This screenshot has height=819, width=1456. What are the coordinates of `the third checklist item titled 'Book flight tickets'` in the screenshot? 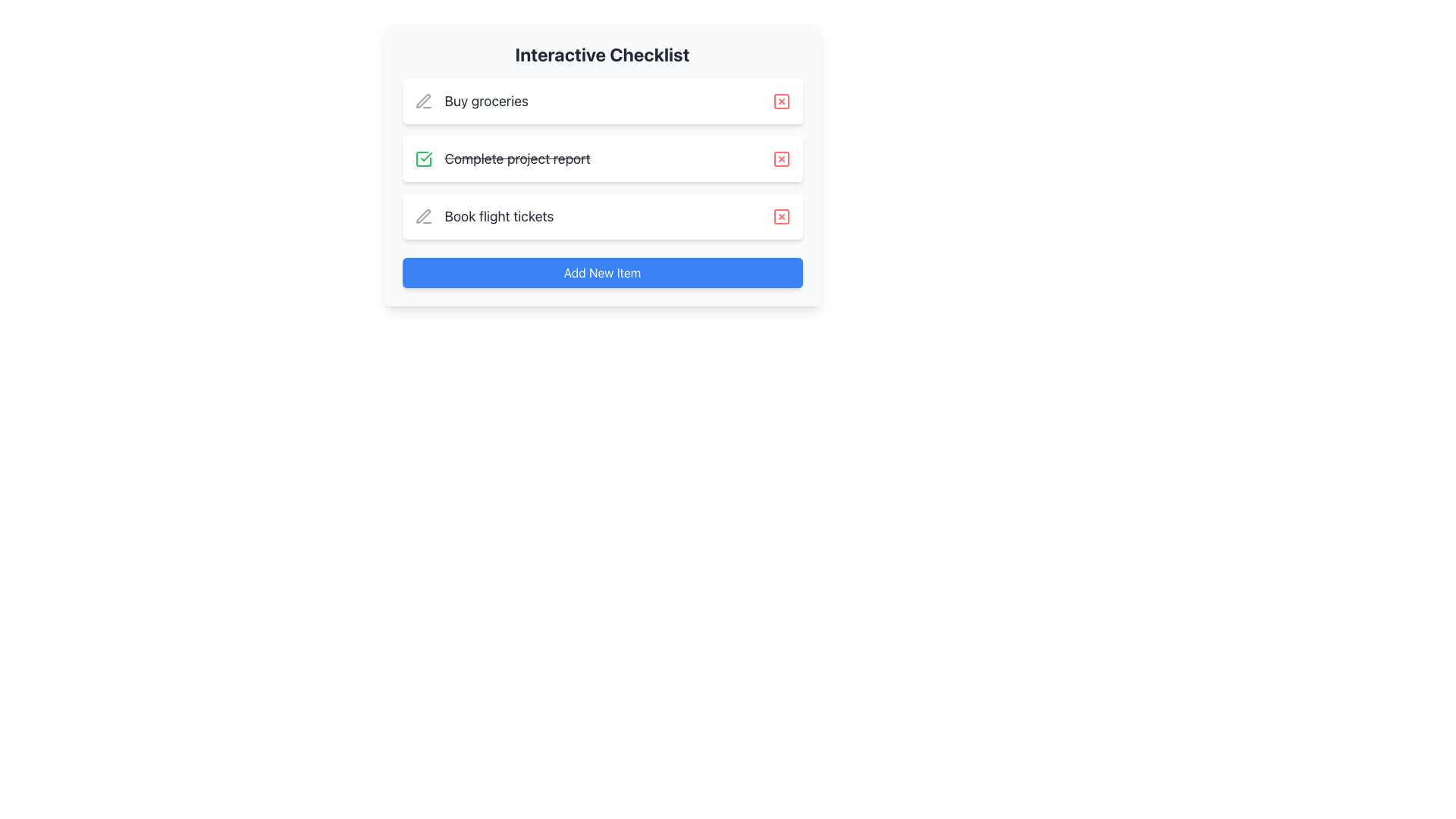 It's located at (483, 216).